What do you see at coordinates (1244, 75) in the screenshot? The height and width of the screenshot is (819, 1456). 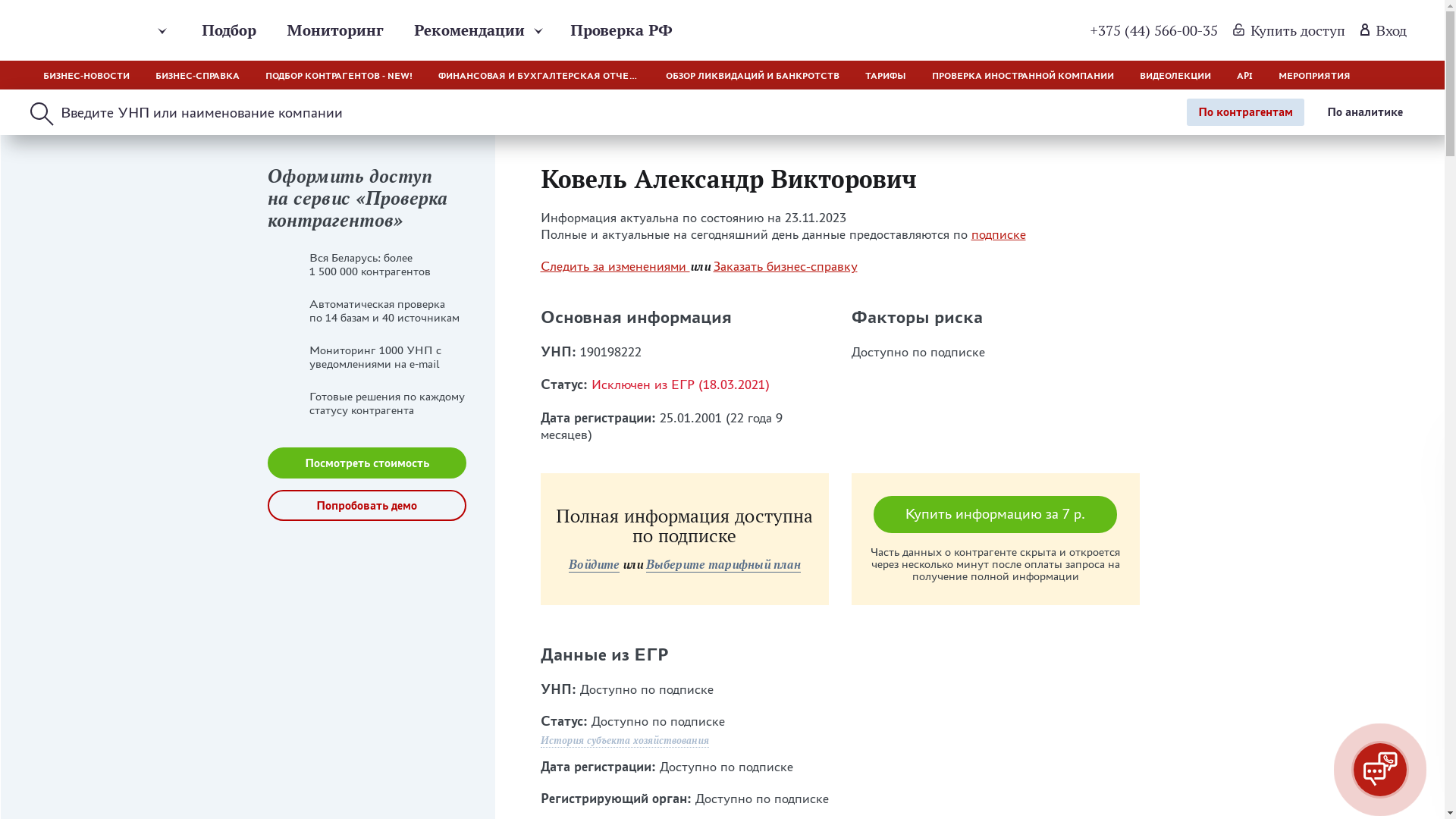 I see `'API'` at bounding box center [1244, 75].